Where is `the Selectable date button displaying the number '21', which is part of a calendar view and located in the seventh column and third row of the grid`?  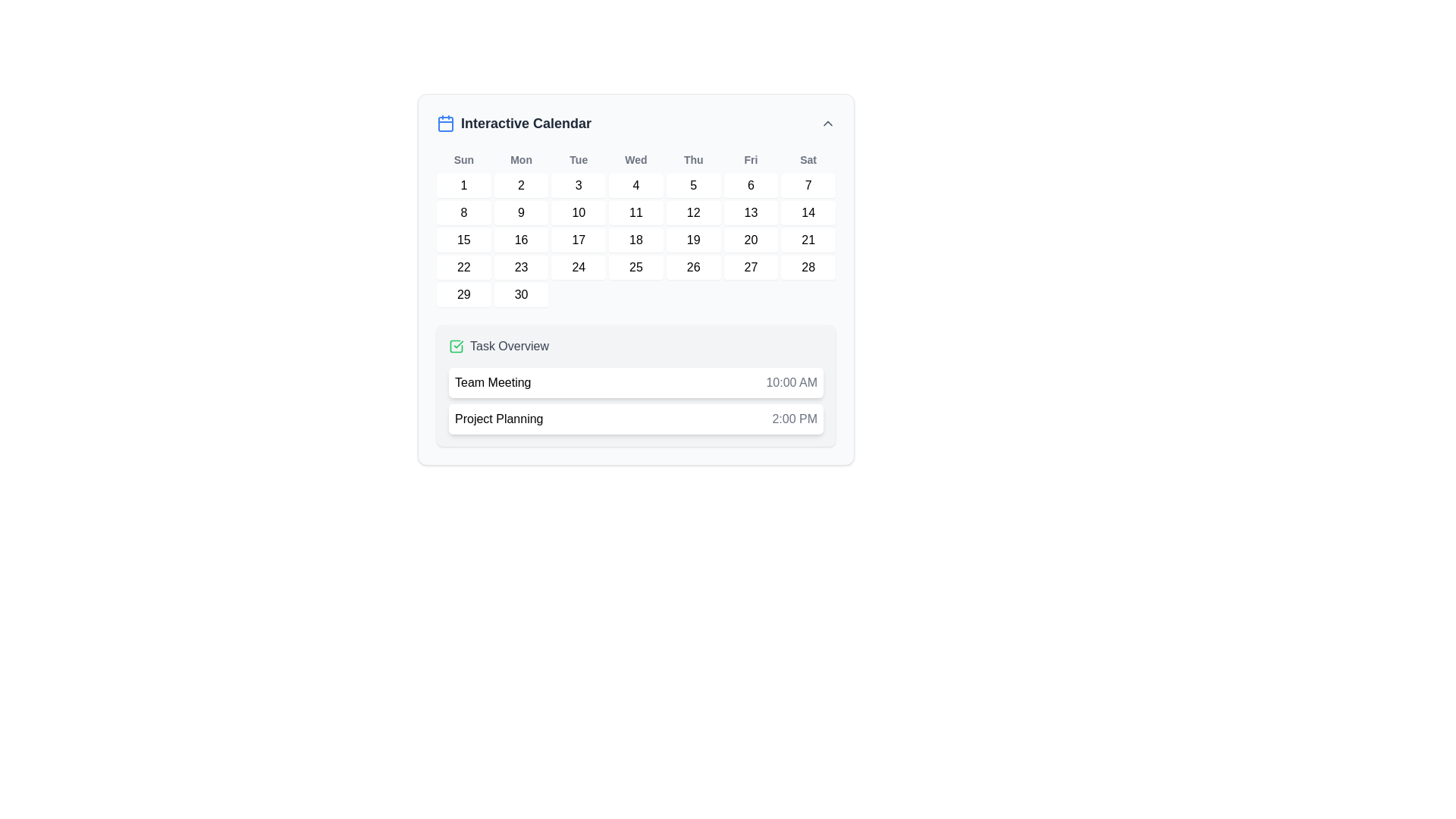 the Selectable date button displaying the number '21', which is part of a calendar view and located in the seventh column and third row of the grid is located at coordinates (808, 239).